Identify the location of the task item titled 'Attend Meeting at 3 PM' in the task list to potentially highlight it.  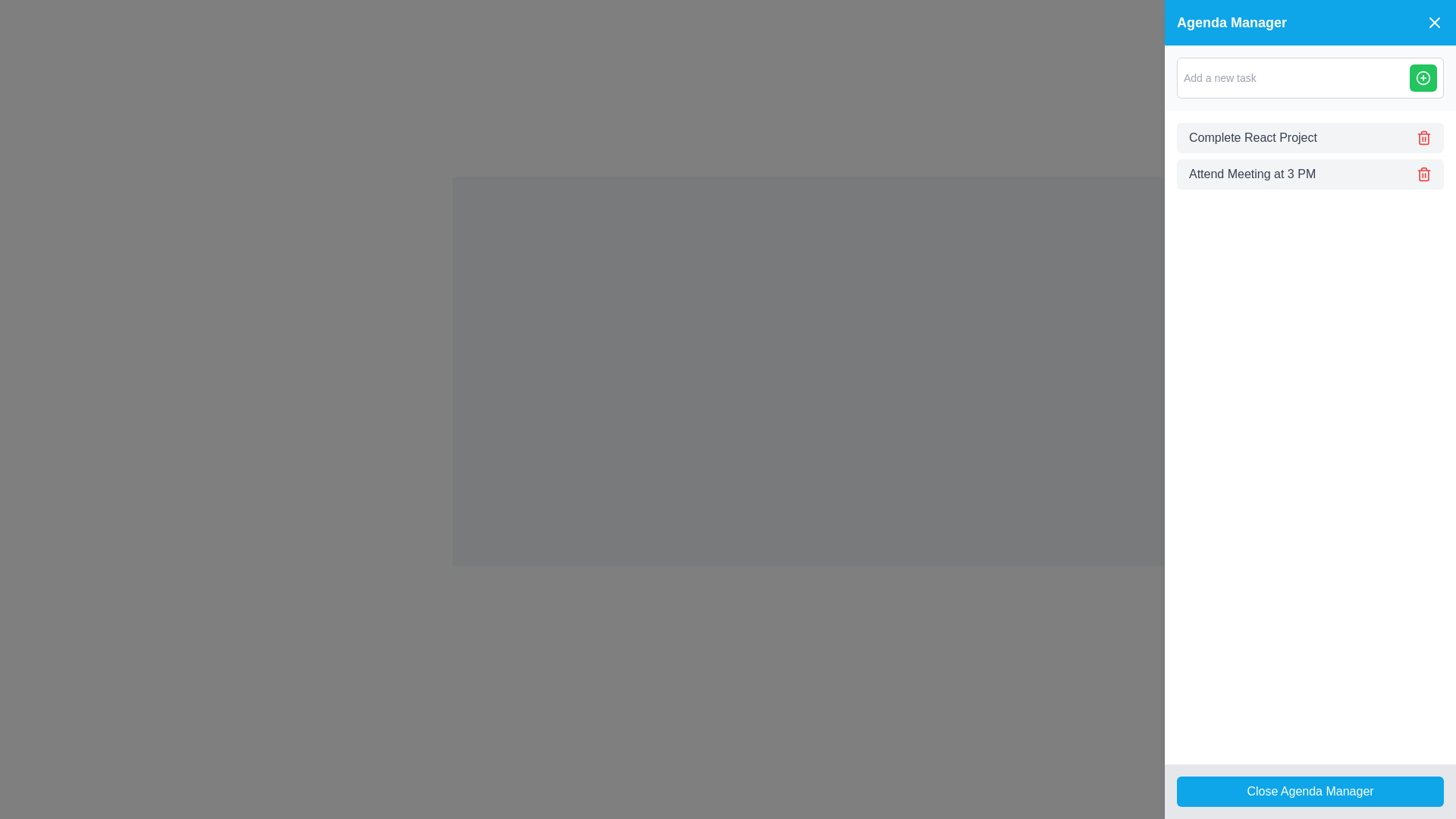
(1310, 174).